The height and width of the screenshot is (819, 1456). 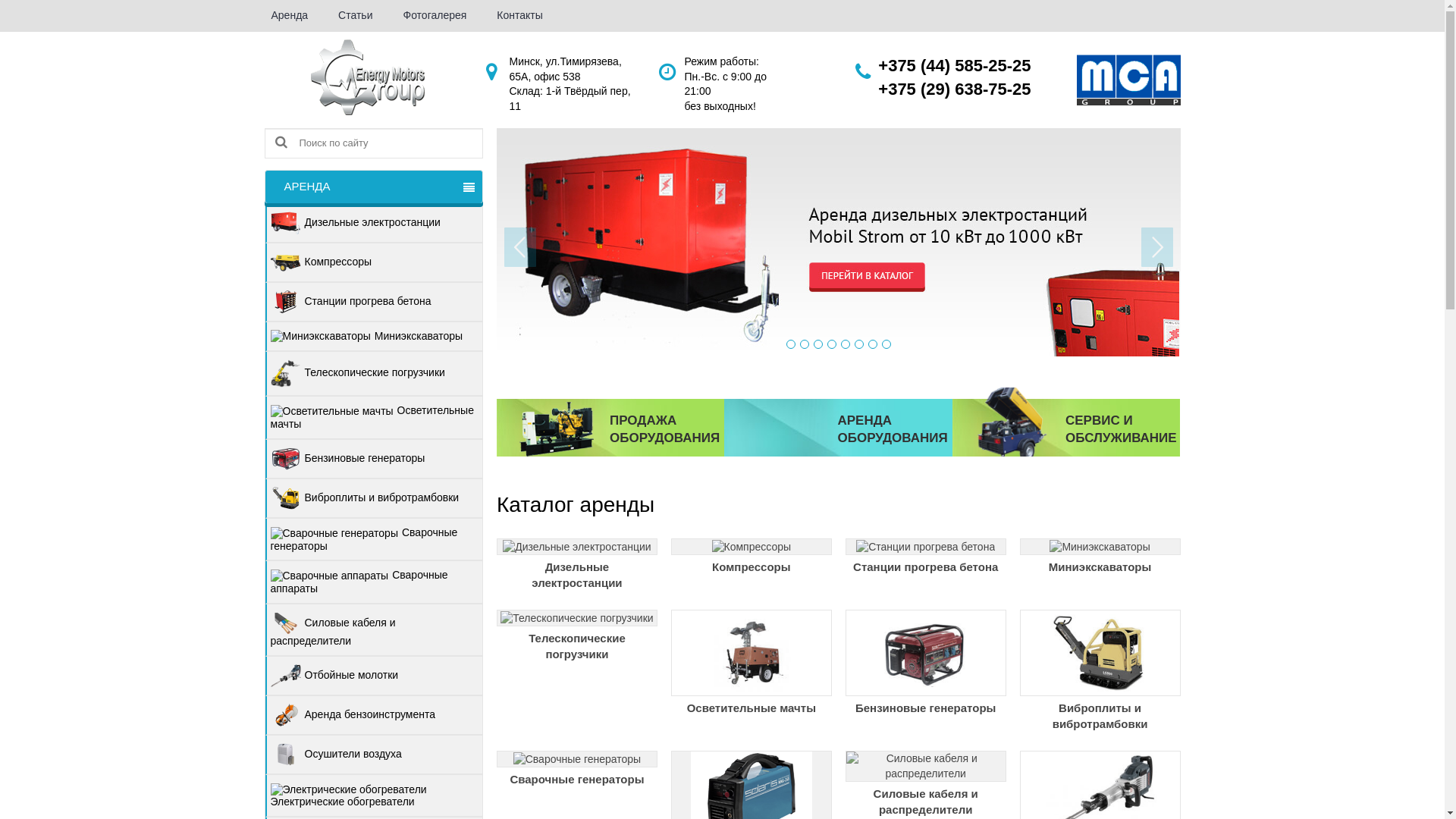 What do you see at coordinates (877, 89) in the screenshot?
I see `'+375 (29) 638-75-25'` at bounding box center [877, 89].